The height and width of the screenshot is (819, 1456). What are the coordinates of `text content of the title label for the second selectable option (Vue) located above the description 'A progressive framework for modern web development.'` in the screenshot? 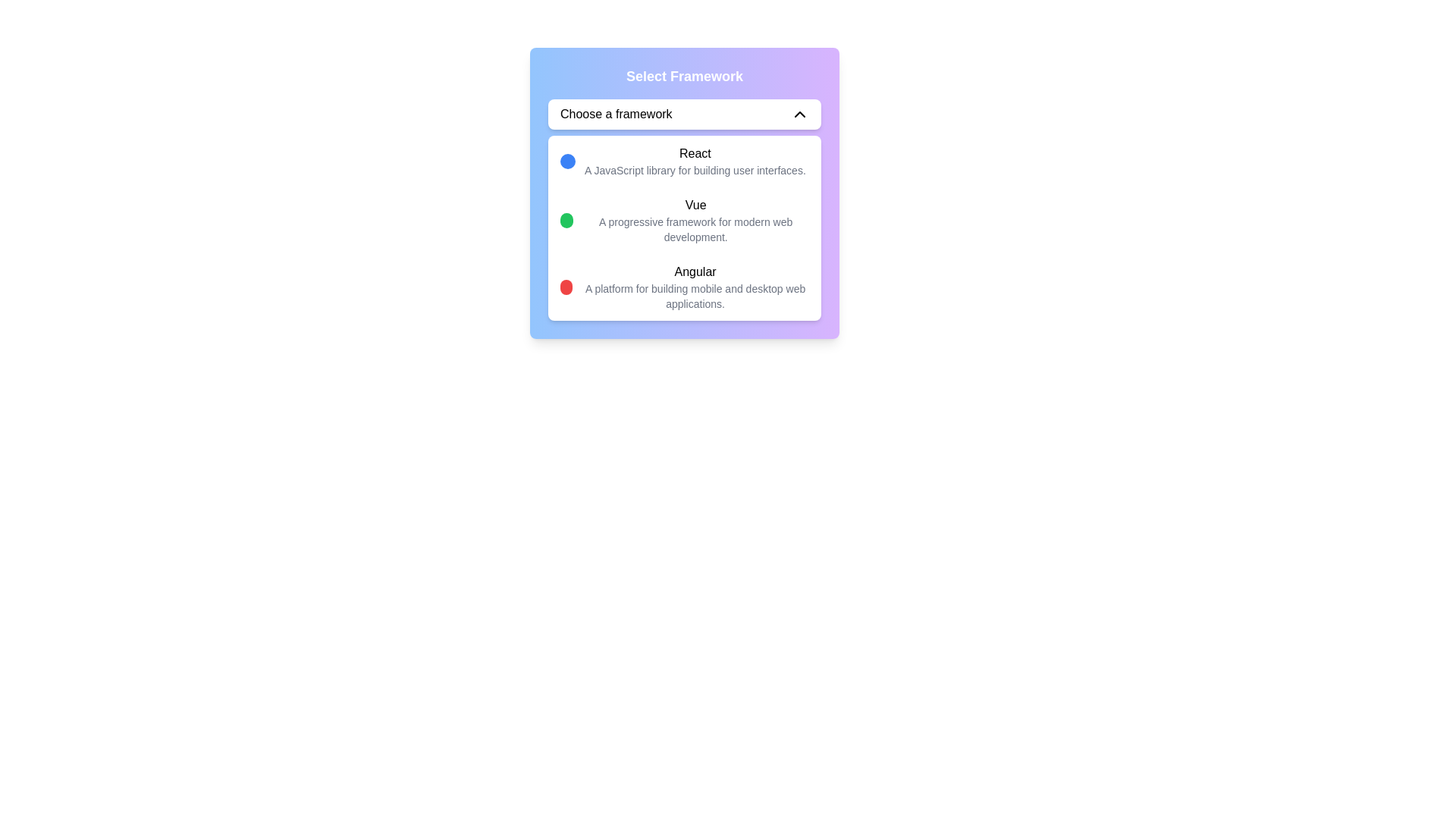 It's located at (695, 205).